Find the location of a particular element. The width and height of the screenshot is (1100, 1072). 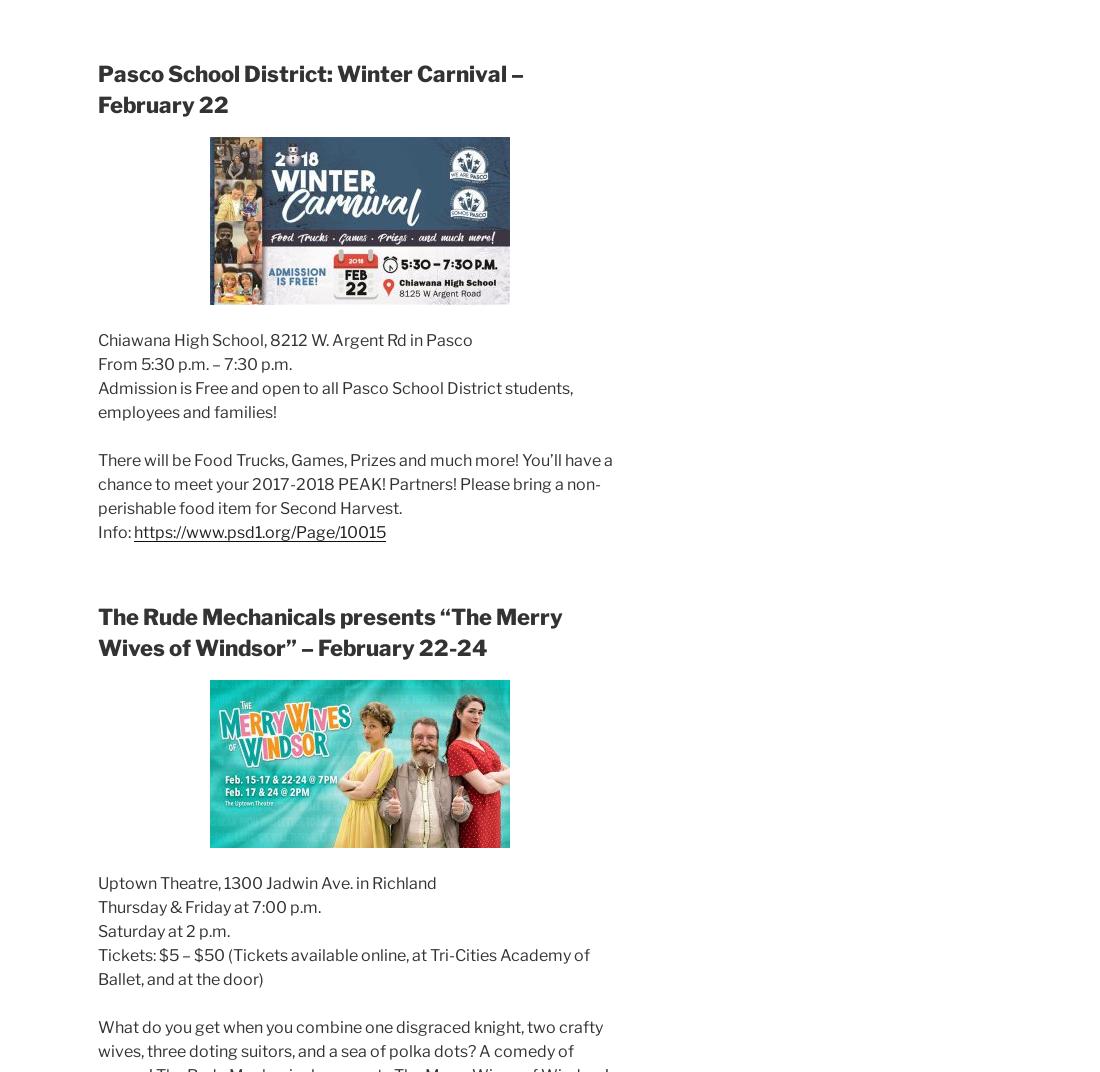

'Pasco School District: Winter Carnival – February 22' is located at coordinates (309, 88).